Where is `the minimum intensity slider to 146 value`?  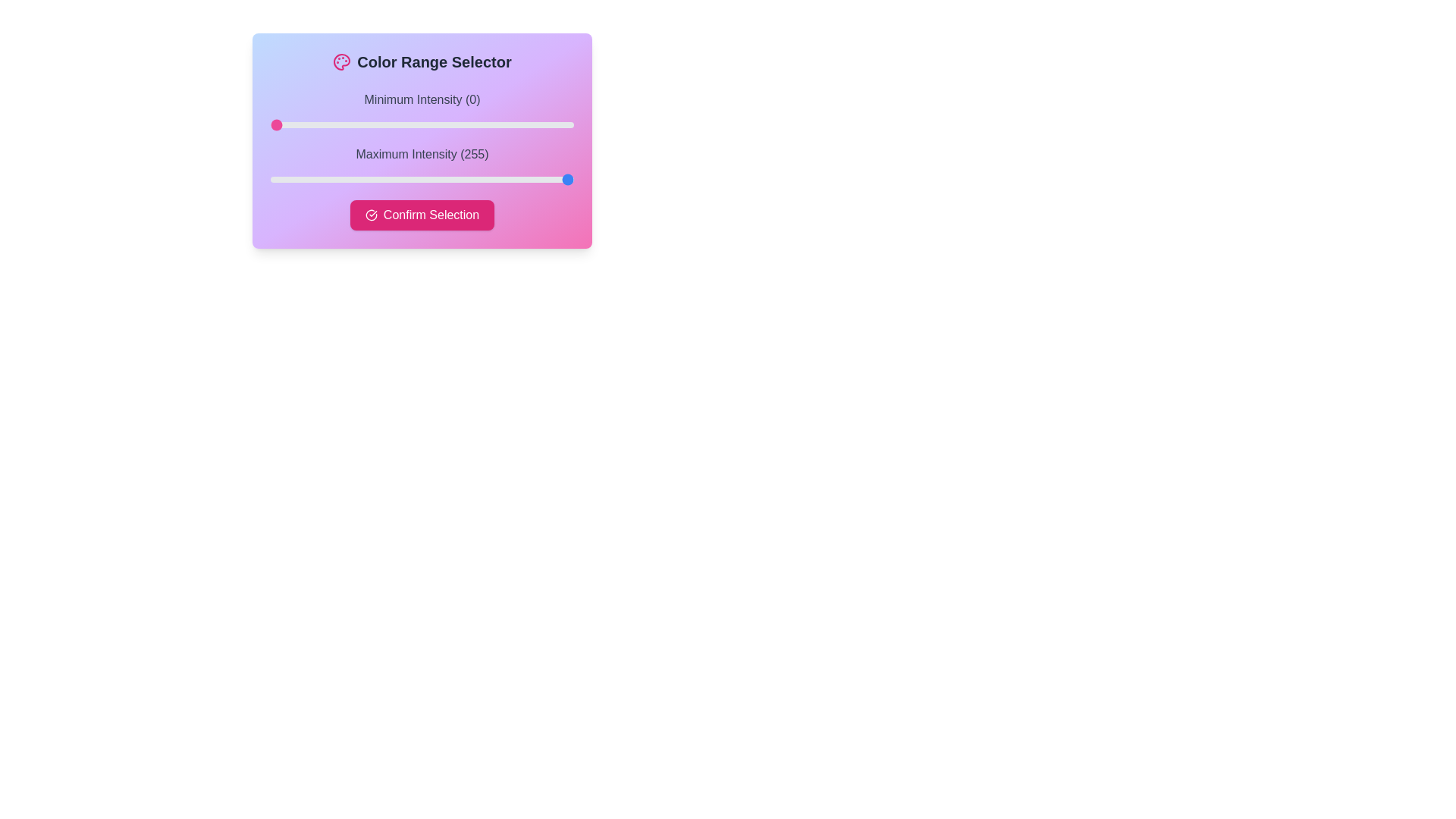
the minimum intensity slider to 146 value is located at coordinates (443, 124).